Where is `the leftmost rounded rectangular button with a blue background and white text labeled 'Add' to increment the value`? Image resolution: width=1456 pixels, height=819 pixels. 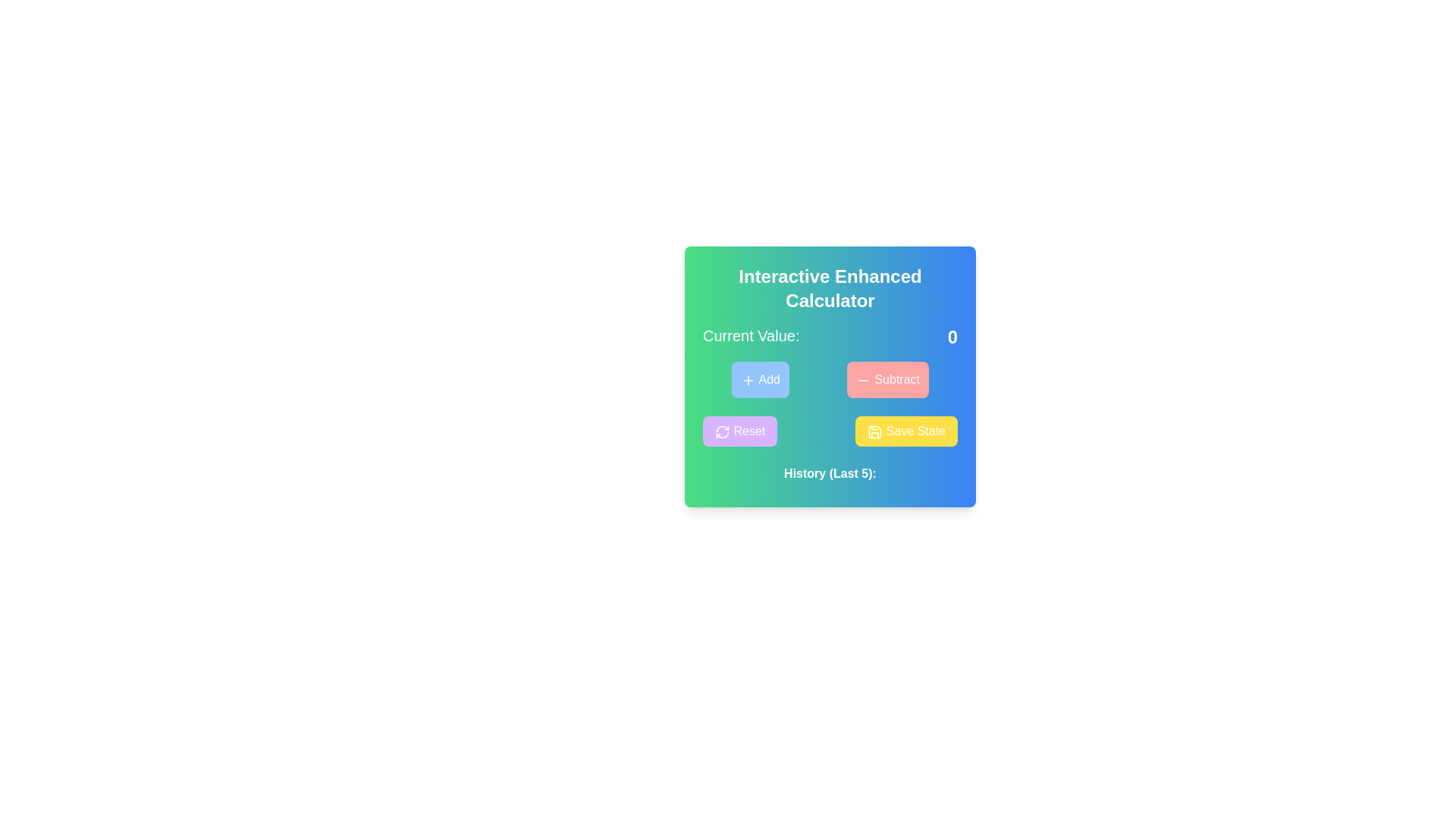 the leftmost rounded rectangular button with a blue background and white text labeled 'Add' to increment the value is located at coordinates (761, 379).